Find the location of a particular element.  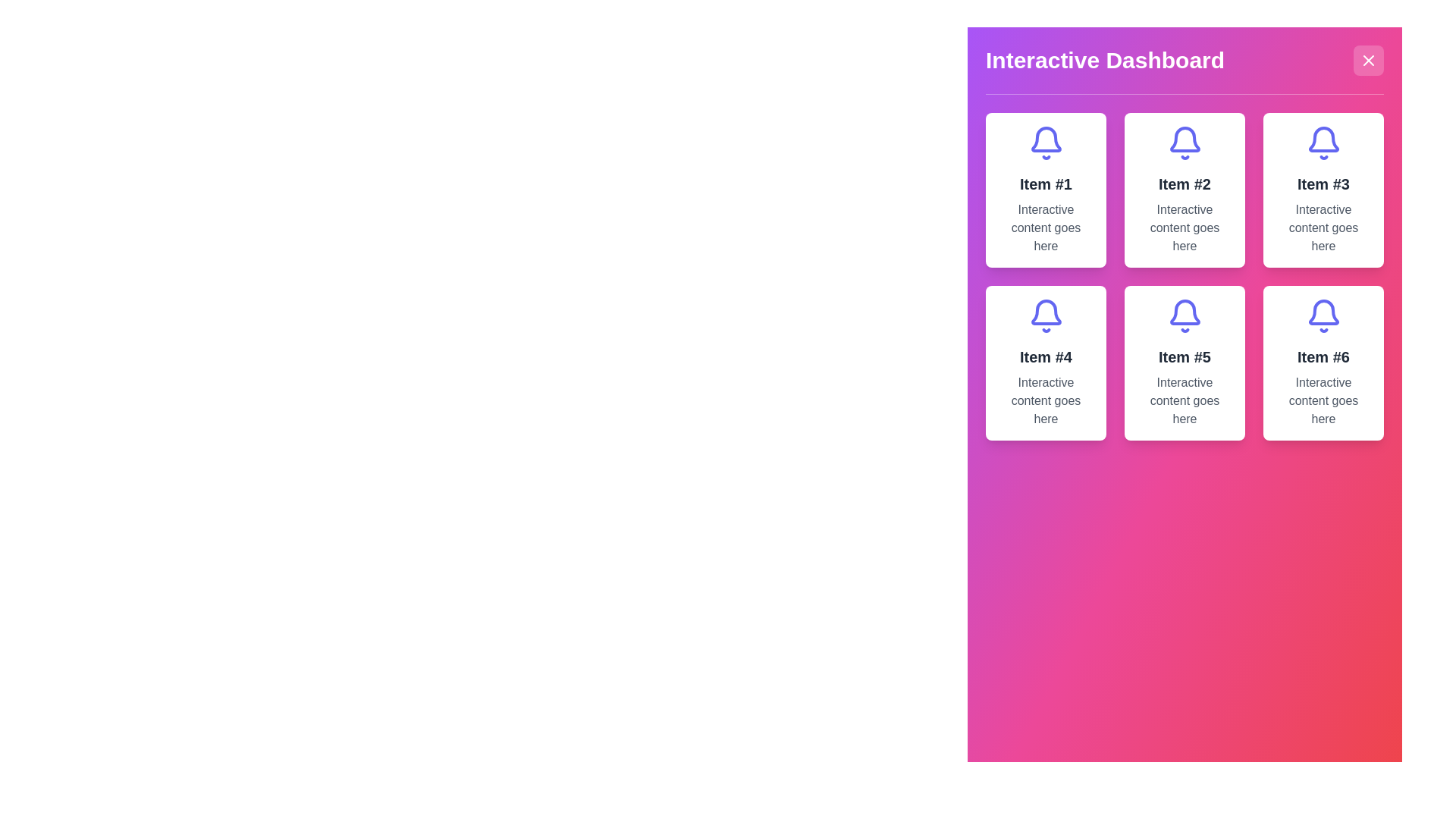

the rectangular card with a white background, rounded corners, and a purple bell icon at the top, which contains the heading 'Item #2' and the text 'Interactive content goes here' is located at coordinates (1184, 189).